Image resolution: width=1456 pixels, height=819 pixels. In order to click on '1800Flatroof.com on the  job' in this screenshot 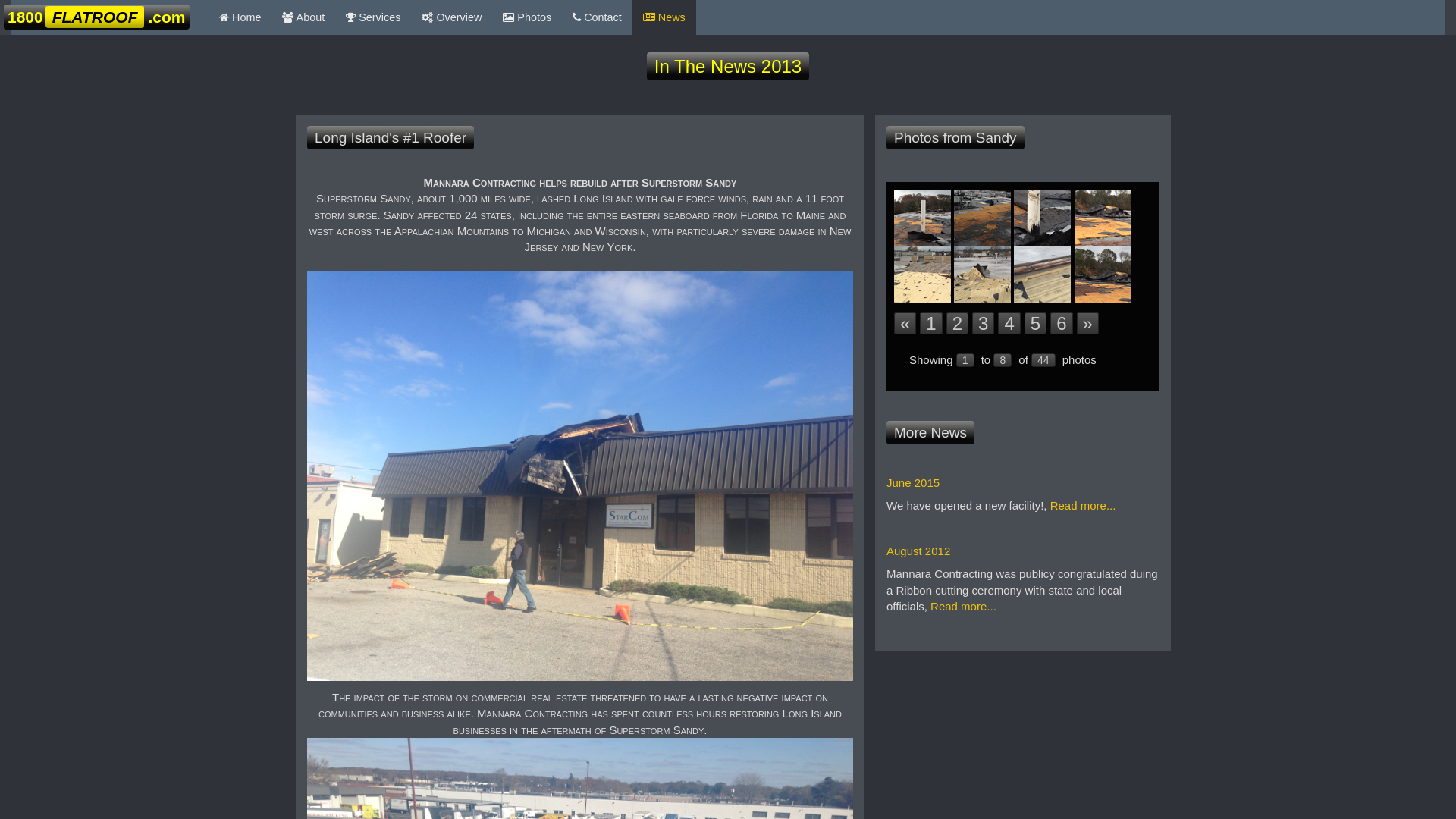, I will do `click(894, 273)`.